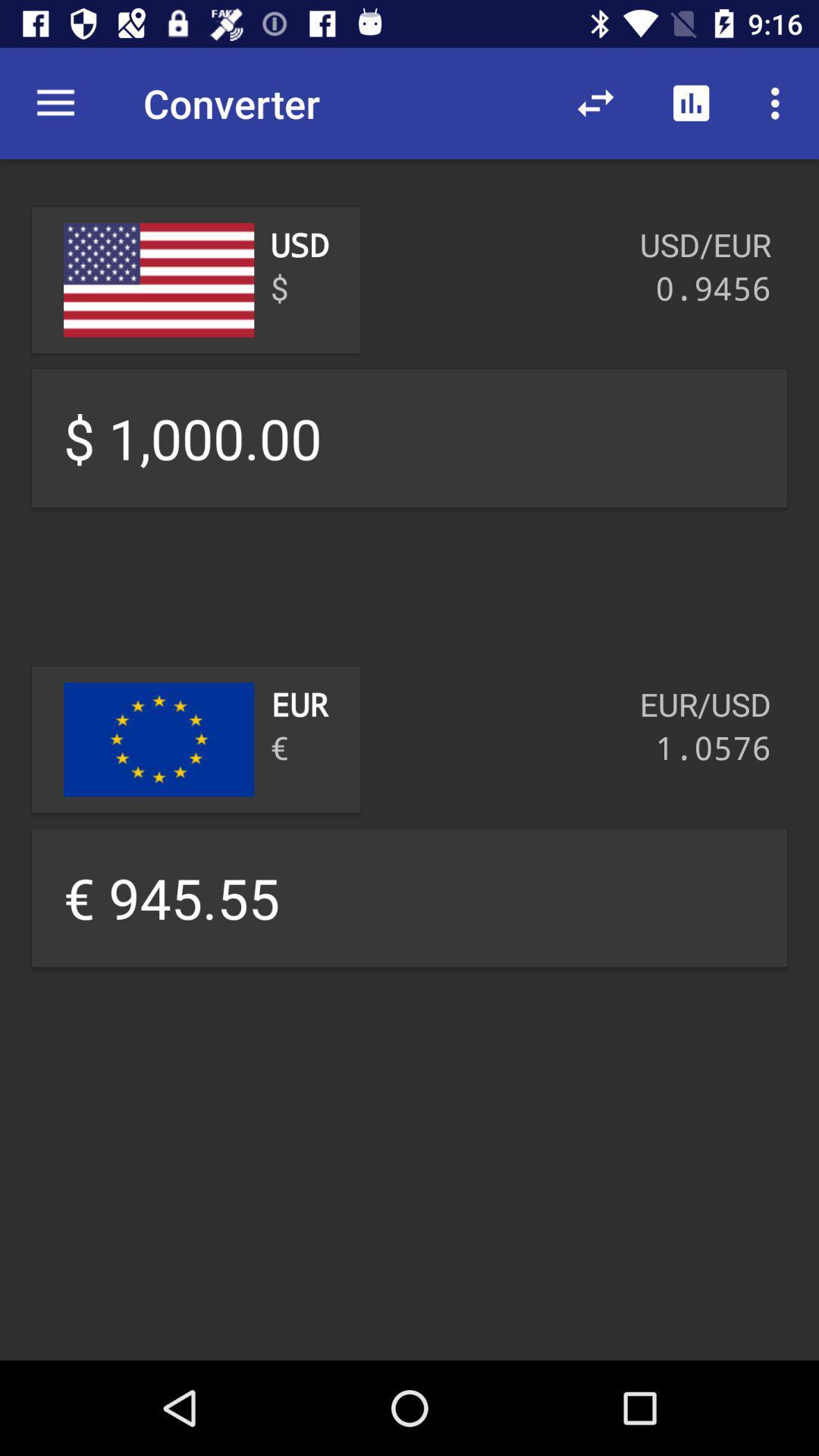 The image size is (819, 1456). What do you see at coordinates (55, 102) in the screenshot?
I see `item to the left of converter icon` at bounding box center [55, 102].